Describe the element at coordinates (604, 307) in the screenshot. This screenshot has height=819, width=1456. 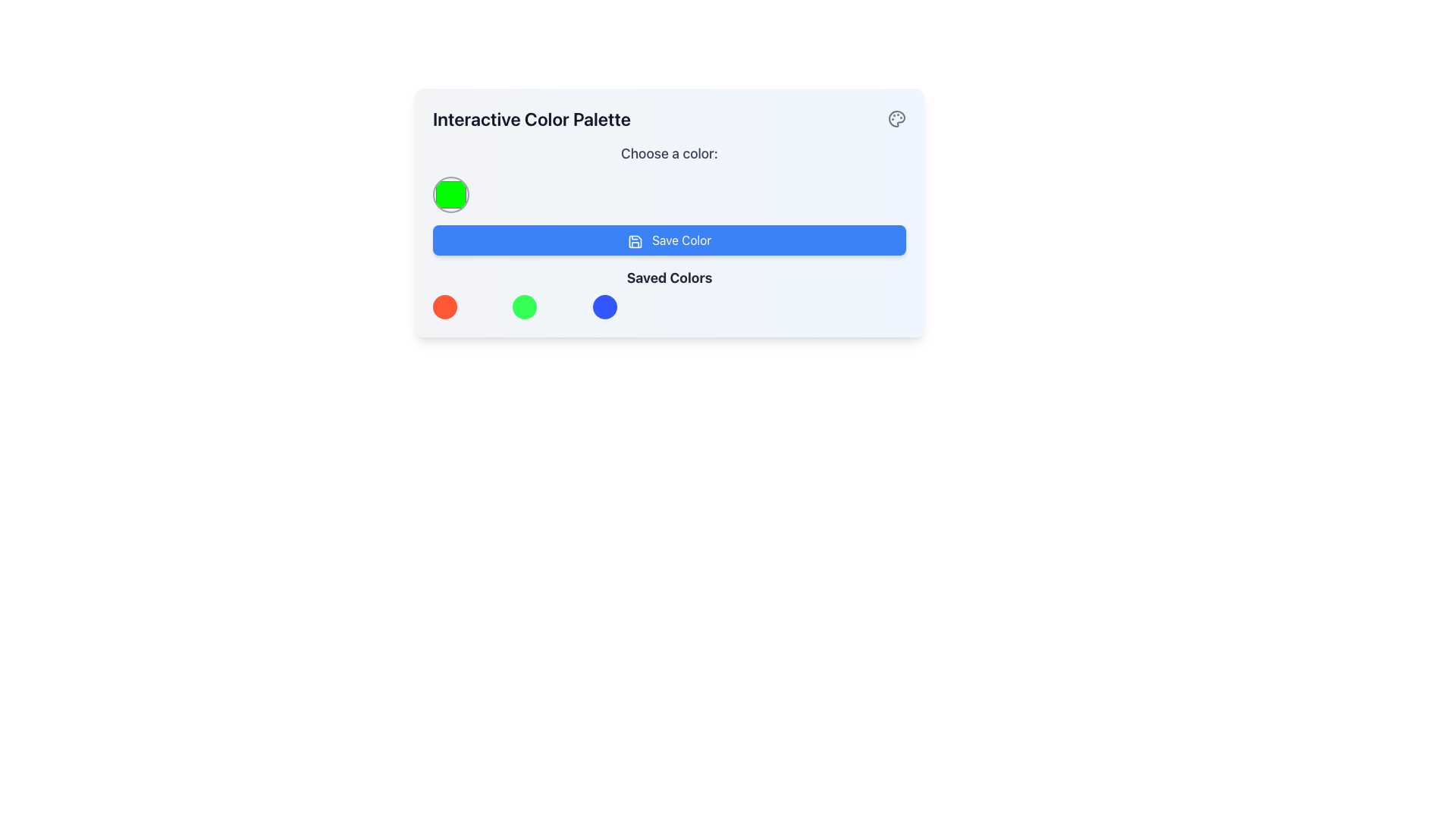
I see `the third circular color option in the 'Saved Colors' section of the Interactive Color Palette` at that location.